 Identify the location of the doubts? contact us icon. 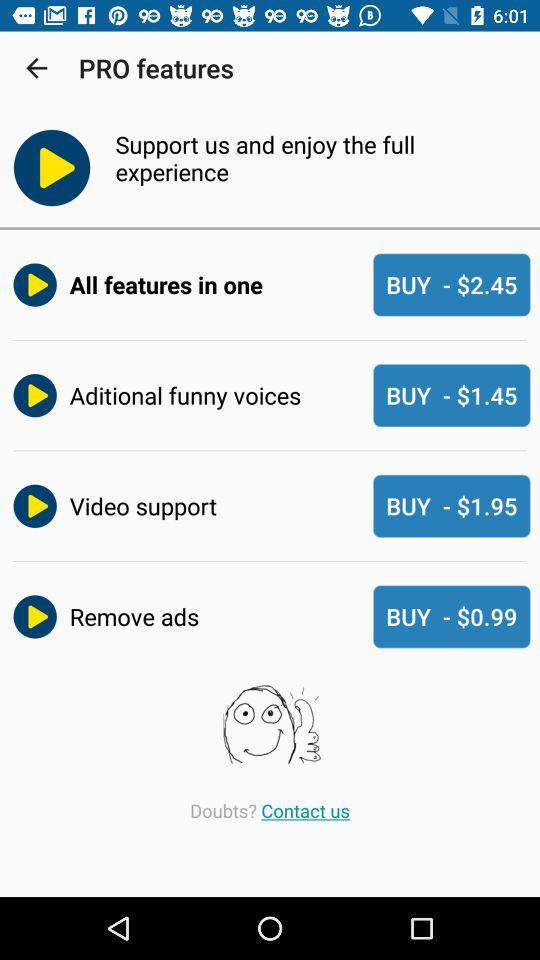
(270, 810).